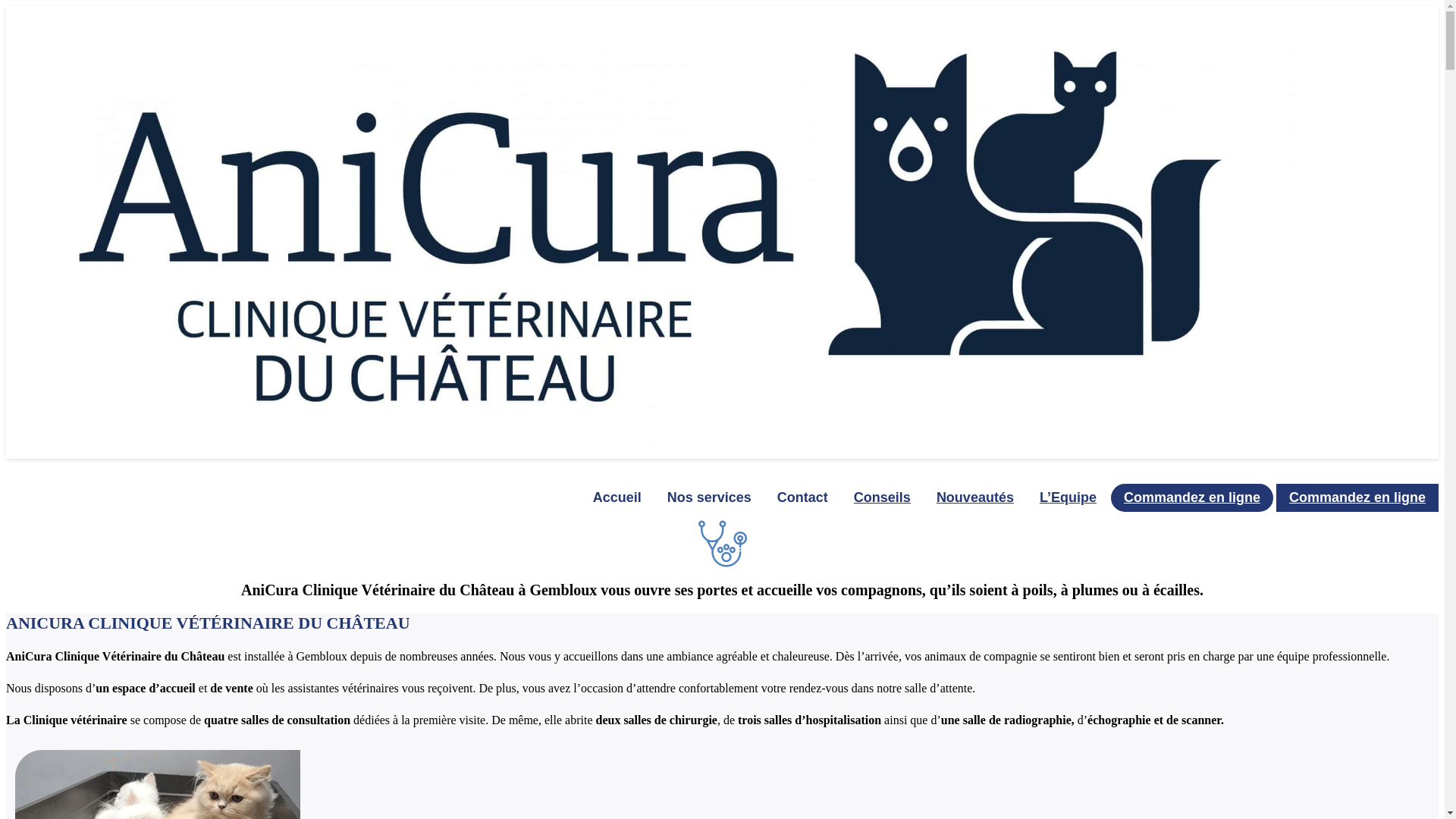 The height and width of the screenshot is (819, 1456). Describe the element at coordinates (841, 497) in the screenshot. I see `'Conseils'` at that location.